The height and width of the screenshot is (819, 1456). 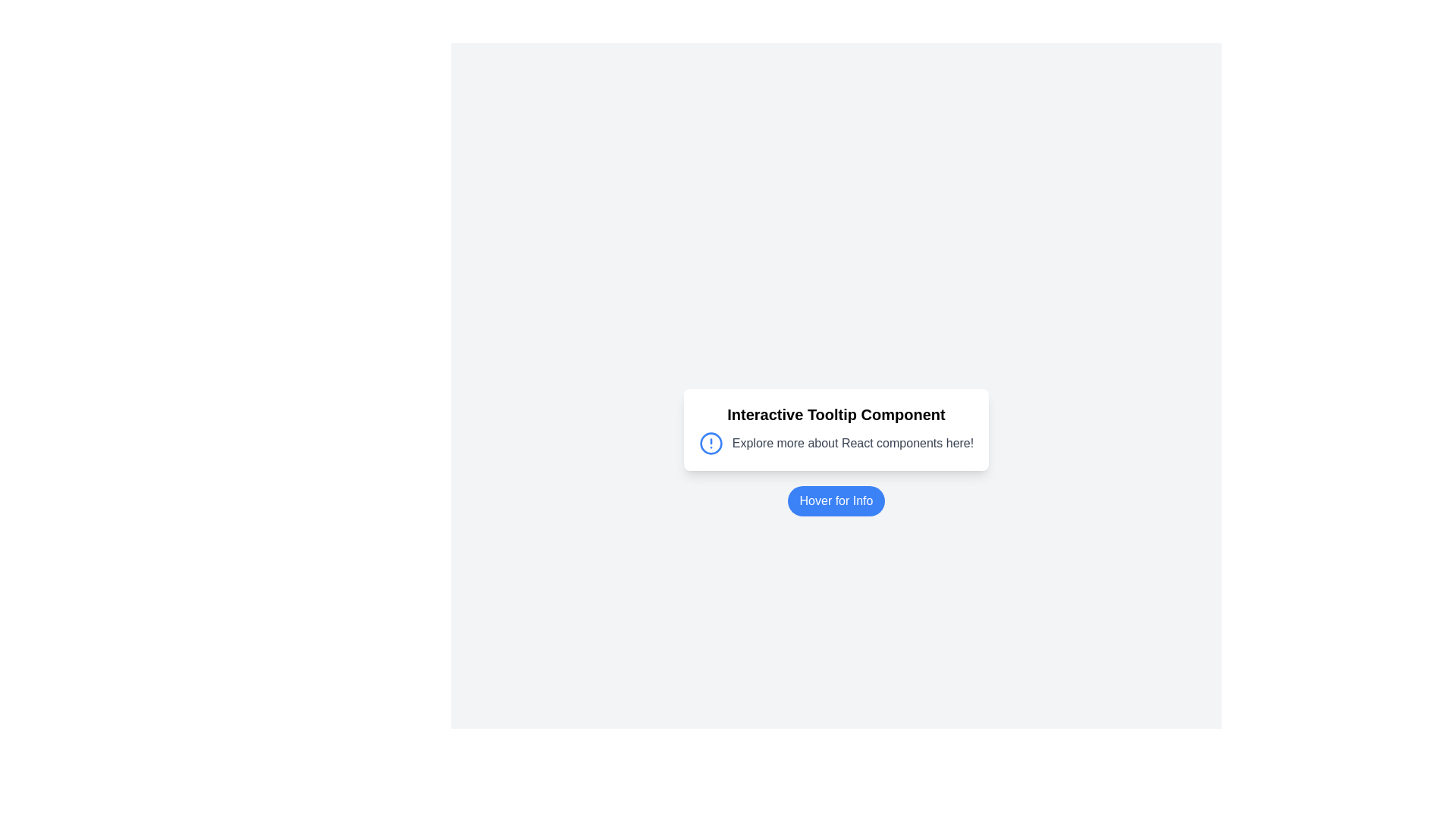 I want to click on the informational tooltip message displayed below the text 'Explore more about React components here!' in the tooltip group context, so click(x=866, y=472).